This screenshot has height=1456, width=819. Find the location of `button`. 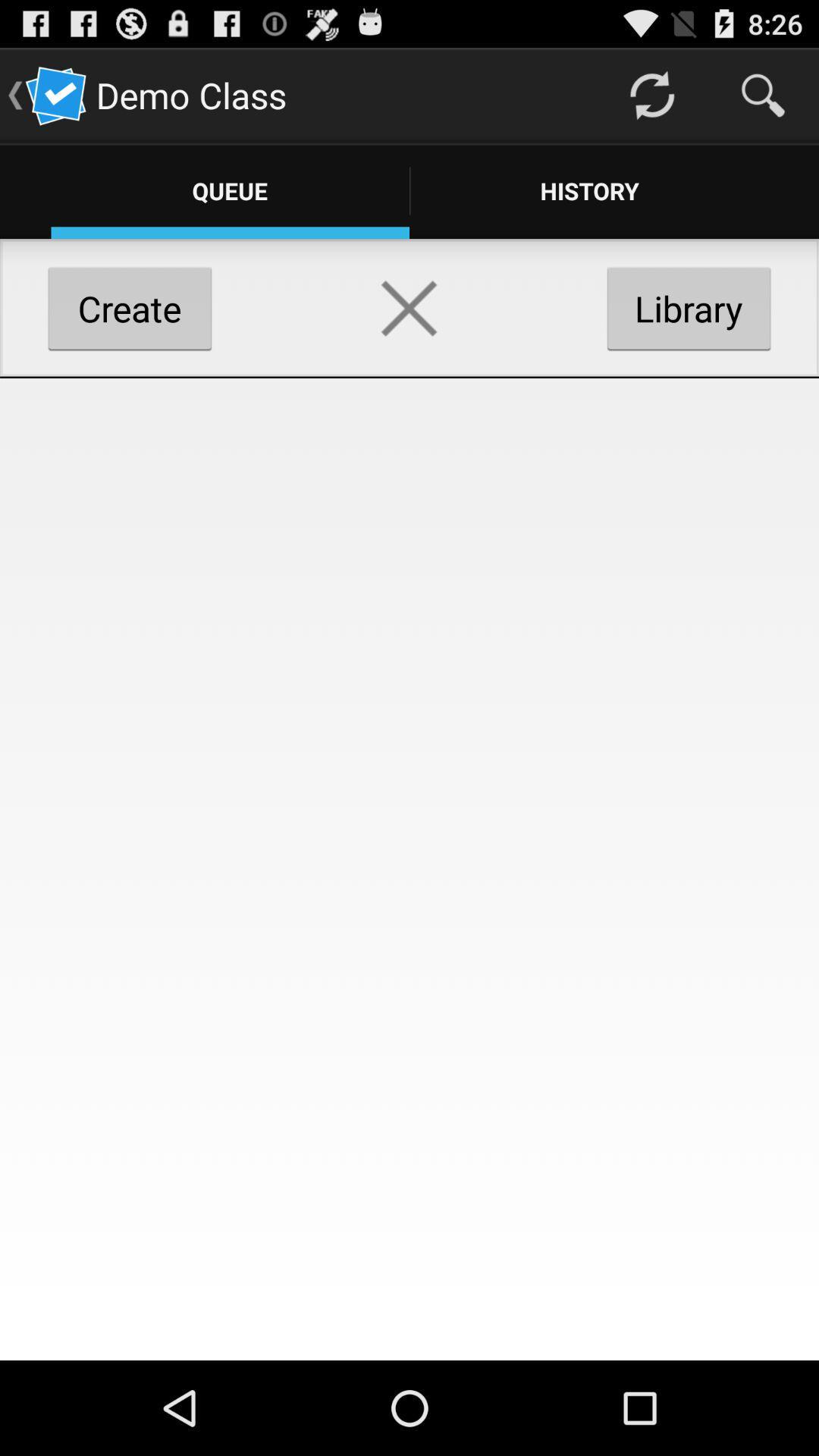

button is located at coordinates (408, 307).